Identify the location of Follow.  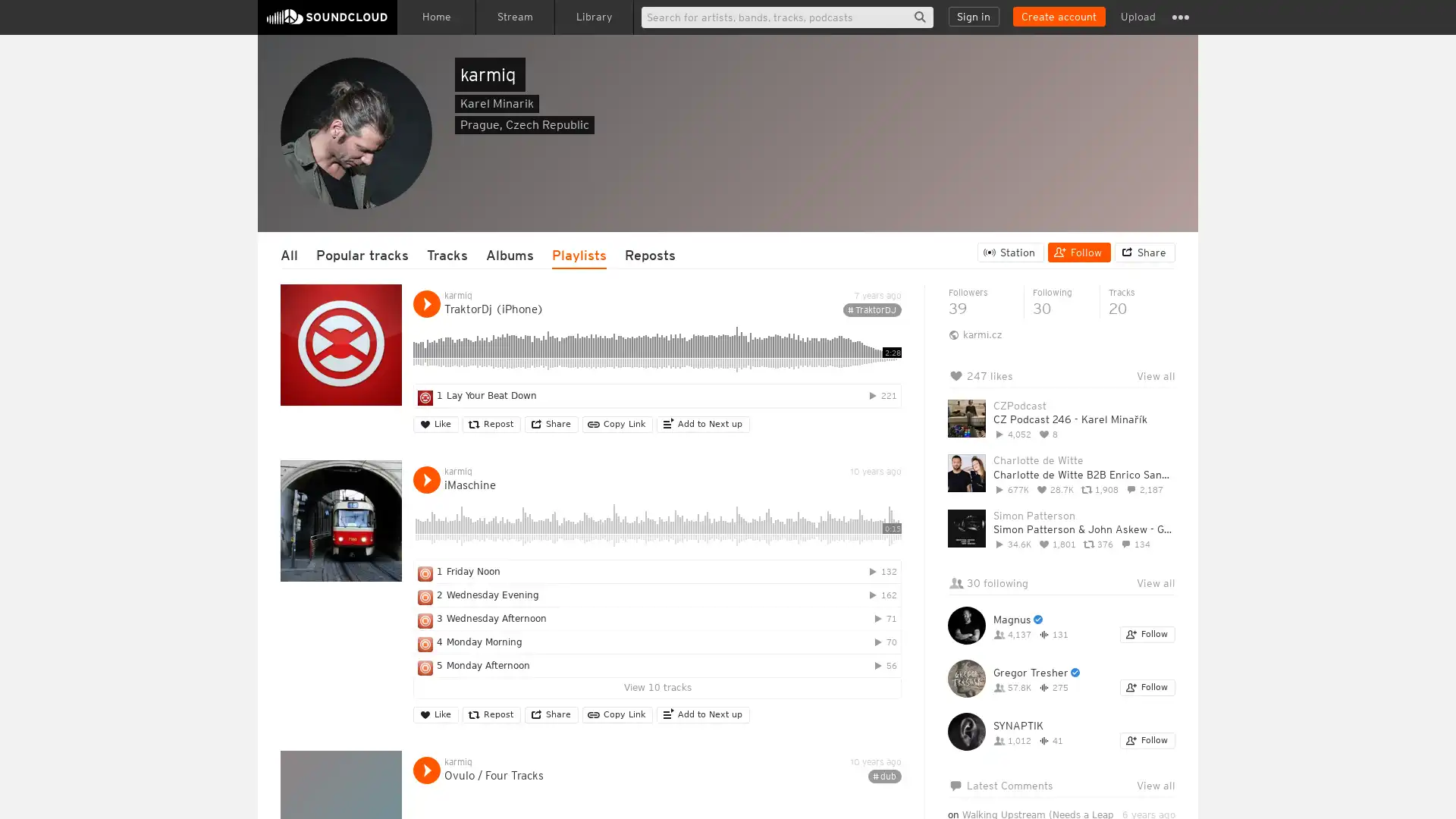
(1147, 739).